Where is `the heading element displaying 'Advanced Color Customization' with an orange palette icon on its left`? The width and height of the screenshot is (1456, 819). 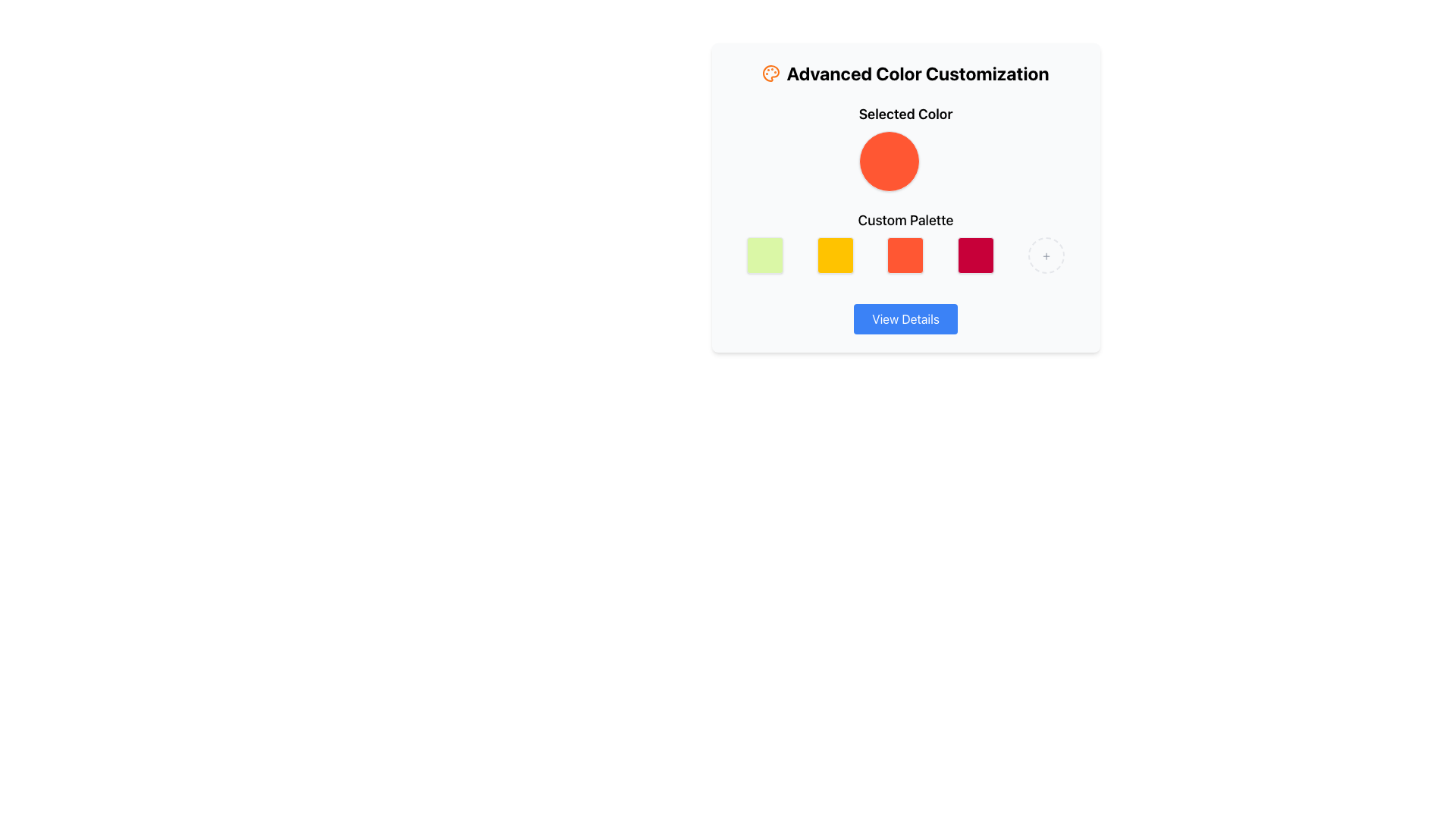
the heading element displaying 'Advanced Color Customization' with an orange palette icon on its left is located at coordinates (905, 73).